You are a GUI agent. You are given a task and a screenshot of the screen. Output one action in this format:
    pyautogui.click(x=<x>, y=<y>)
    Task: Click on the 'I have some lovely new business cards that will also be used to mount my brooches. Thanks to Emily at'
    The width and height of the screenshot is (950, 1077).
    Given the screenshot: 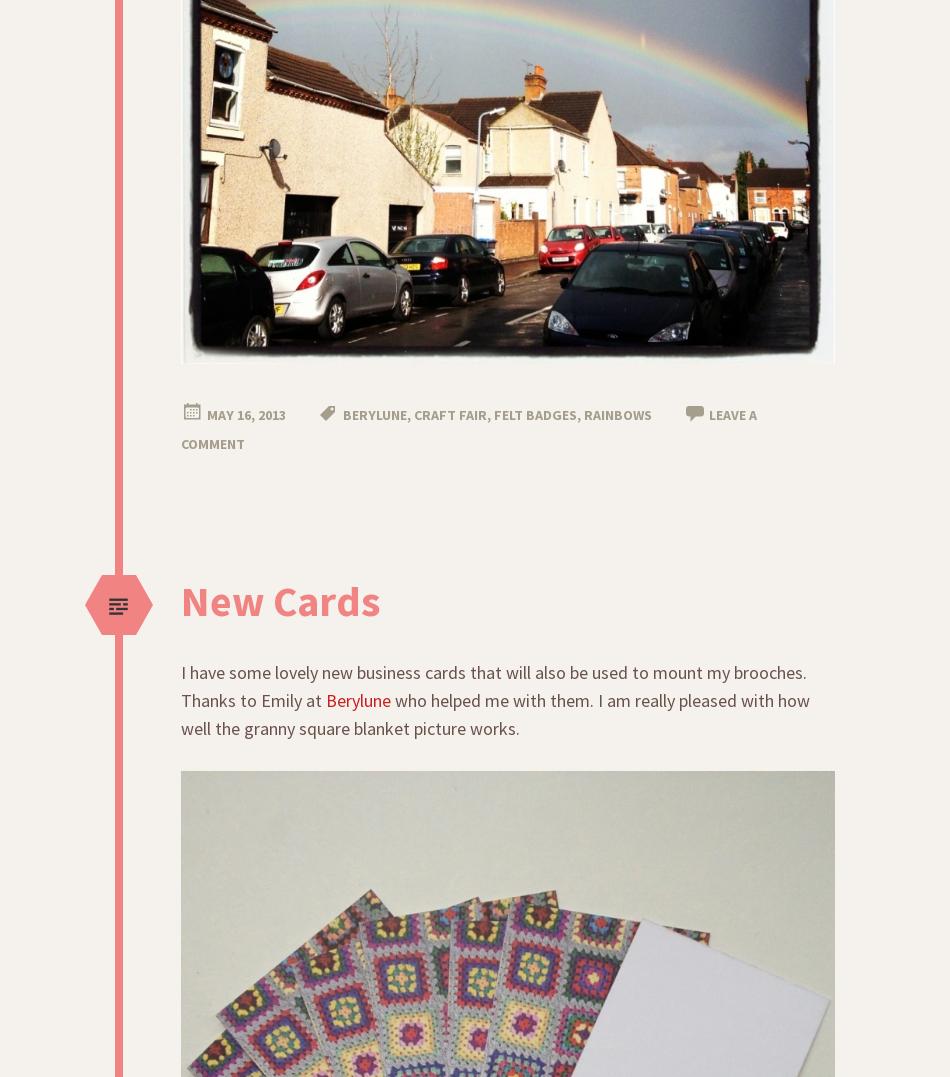 What is the action you would take?
    pyautogui.click(x=494, y=684)
    